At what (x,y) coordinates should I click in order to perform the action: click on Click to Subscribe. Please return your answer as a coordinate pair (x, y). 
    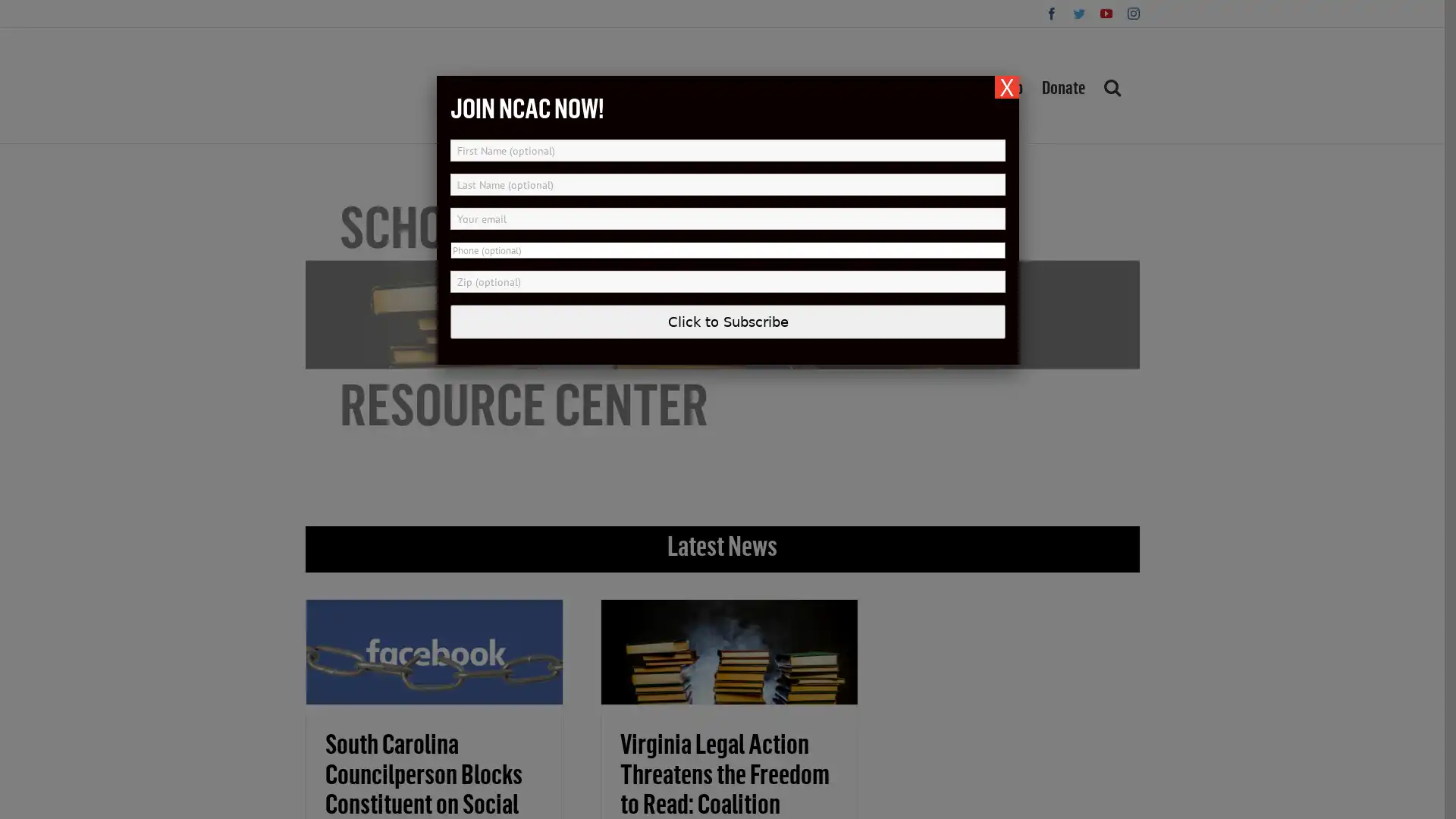
    Looking at the image, I should click on (728, 321).